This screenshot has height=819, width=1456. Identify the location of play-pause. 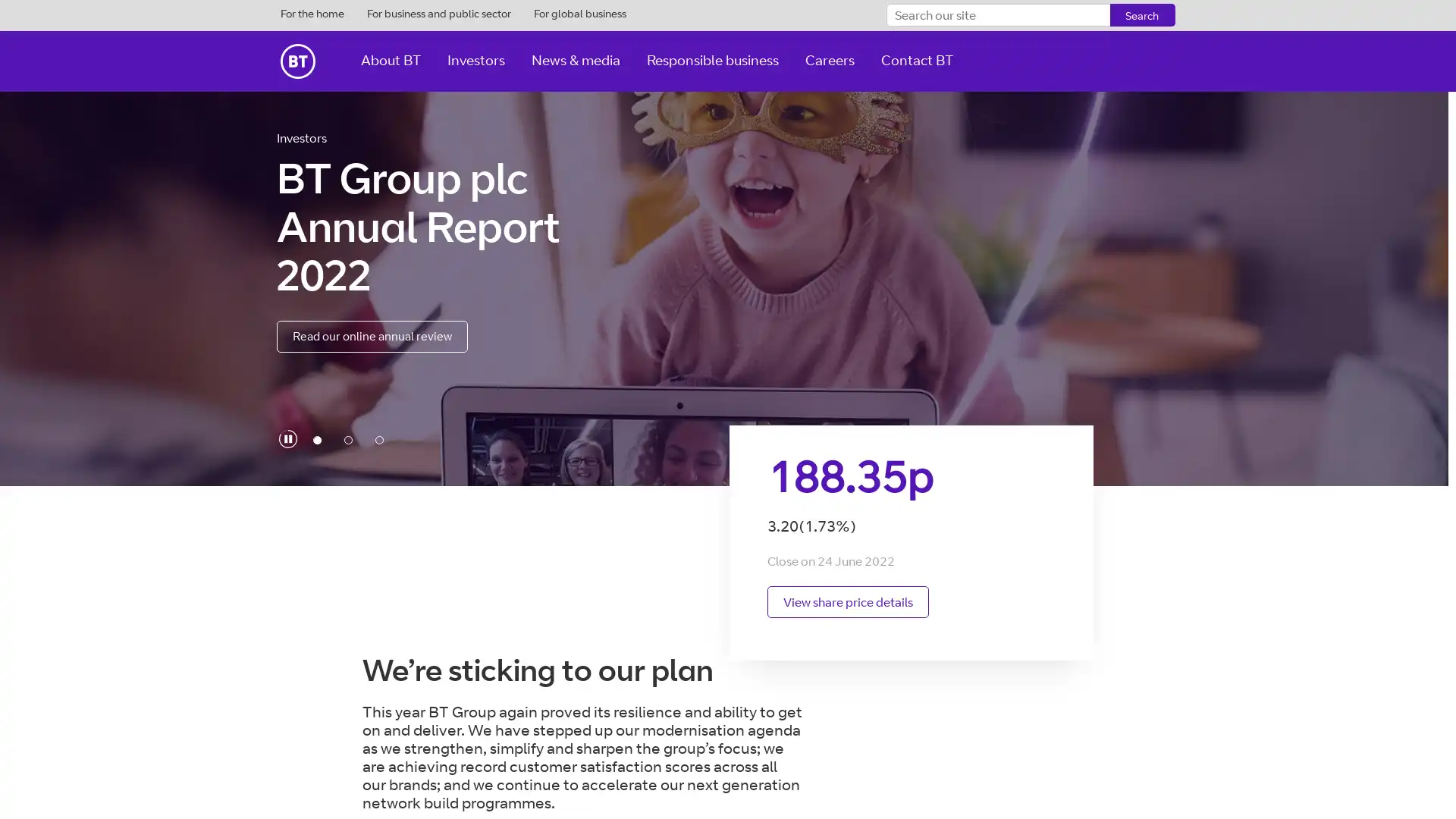
(284, 441).